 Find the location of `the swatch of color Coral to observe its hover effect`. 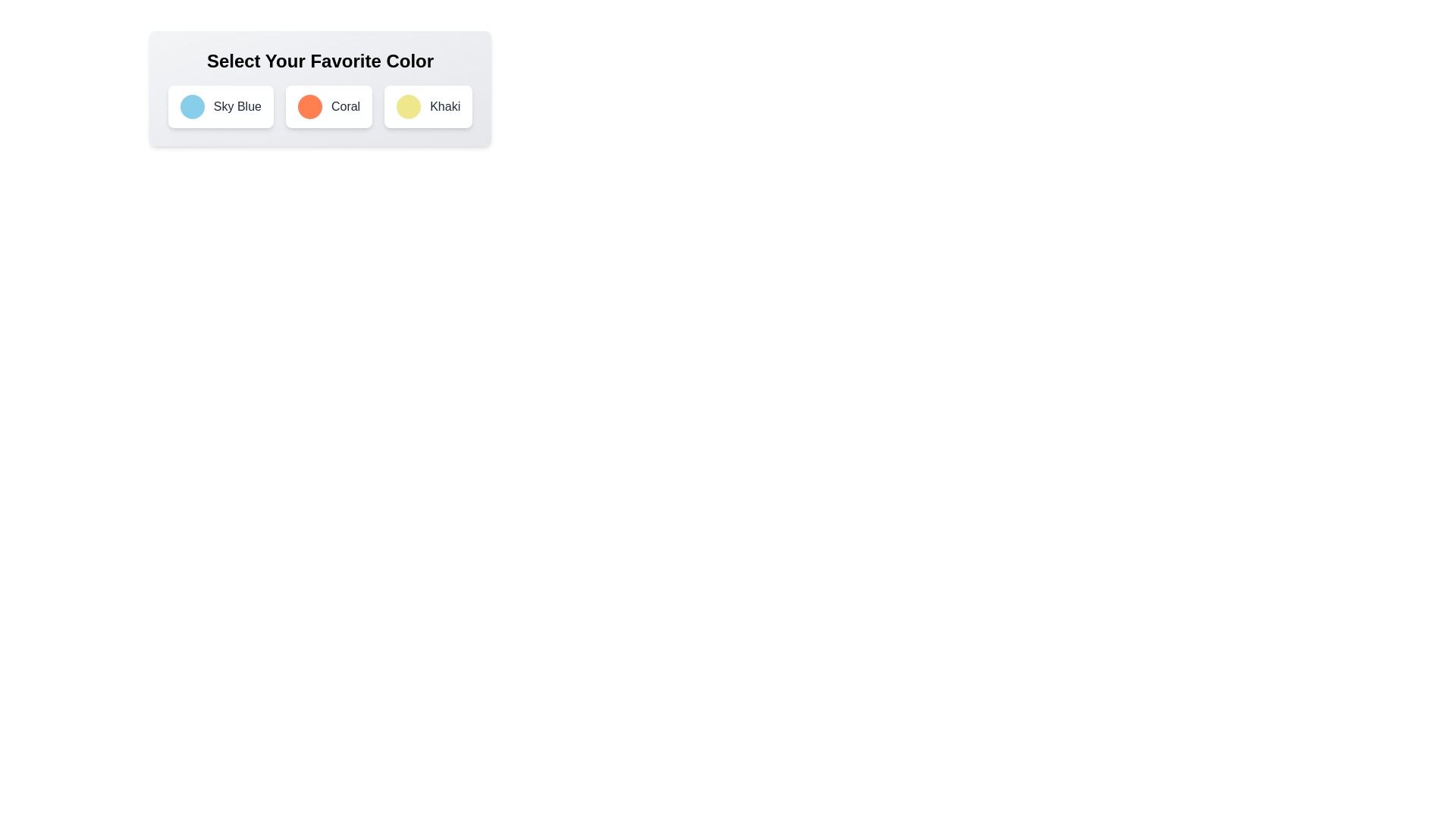

the swatch of color Coral to observe its hover effect is located at coordinates (309, 106).